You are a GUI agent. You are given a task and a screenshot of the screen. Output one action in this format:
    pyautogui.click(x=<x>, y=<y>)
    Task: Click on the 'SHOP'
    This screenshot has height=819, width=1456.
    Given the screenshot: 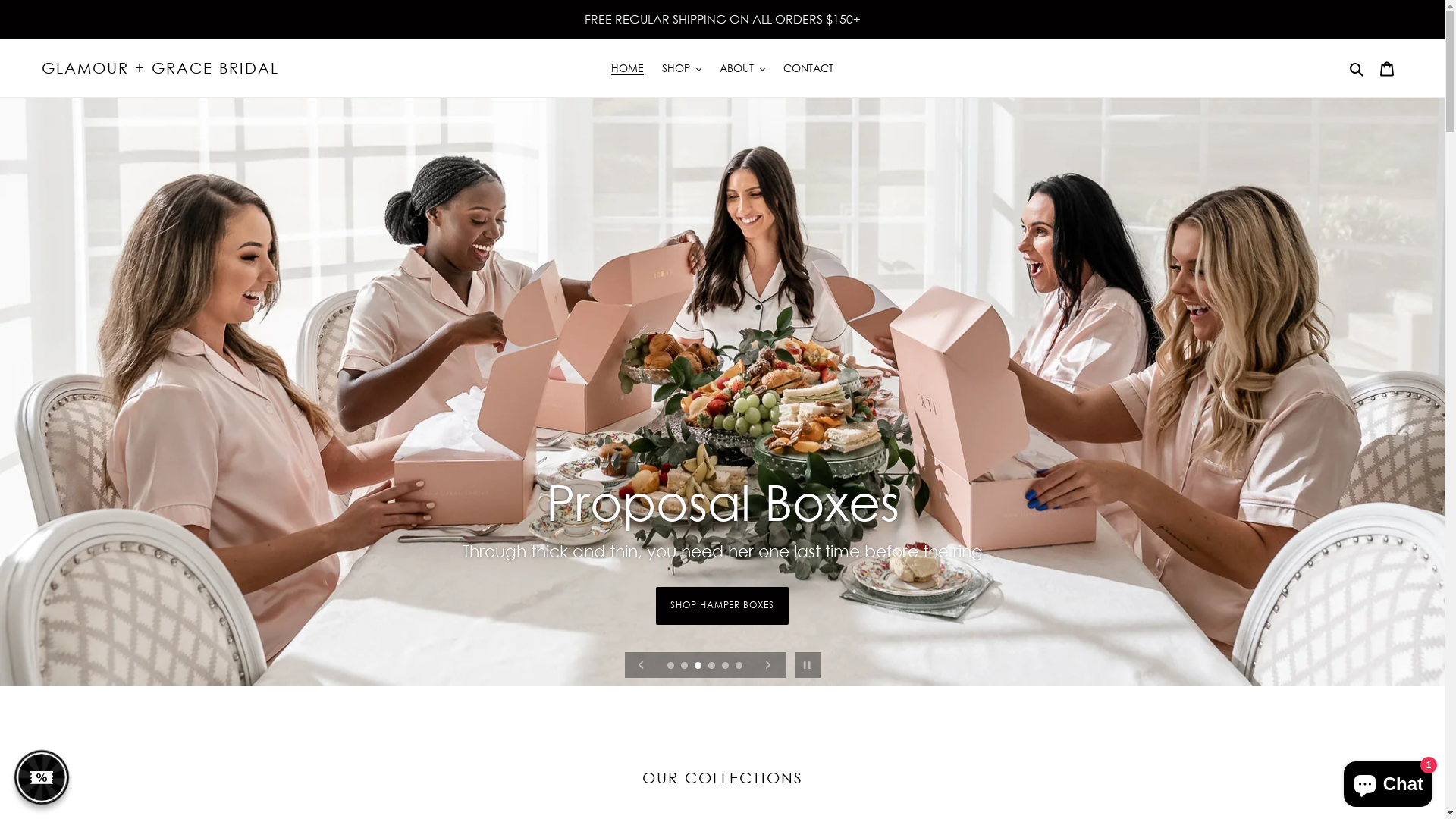 What is the action you would take?
    pyautogui.click(x=680, y=67)
    